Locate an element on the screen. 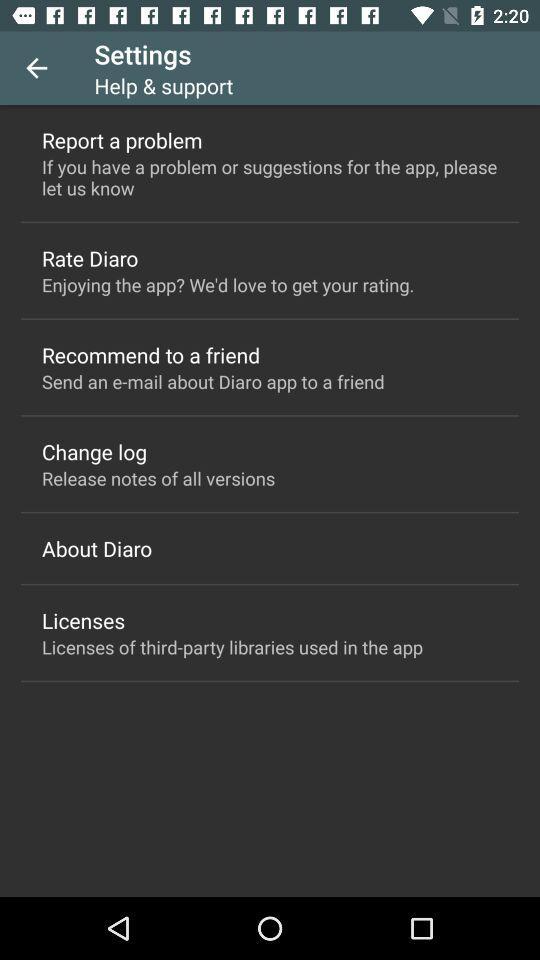  icon below licenses item is located at coordinates (231, 646).